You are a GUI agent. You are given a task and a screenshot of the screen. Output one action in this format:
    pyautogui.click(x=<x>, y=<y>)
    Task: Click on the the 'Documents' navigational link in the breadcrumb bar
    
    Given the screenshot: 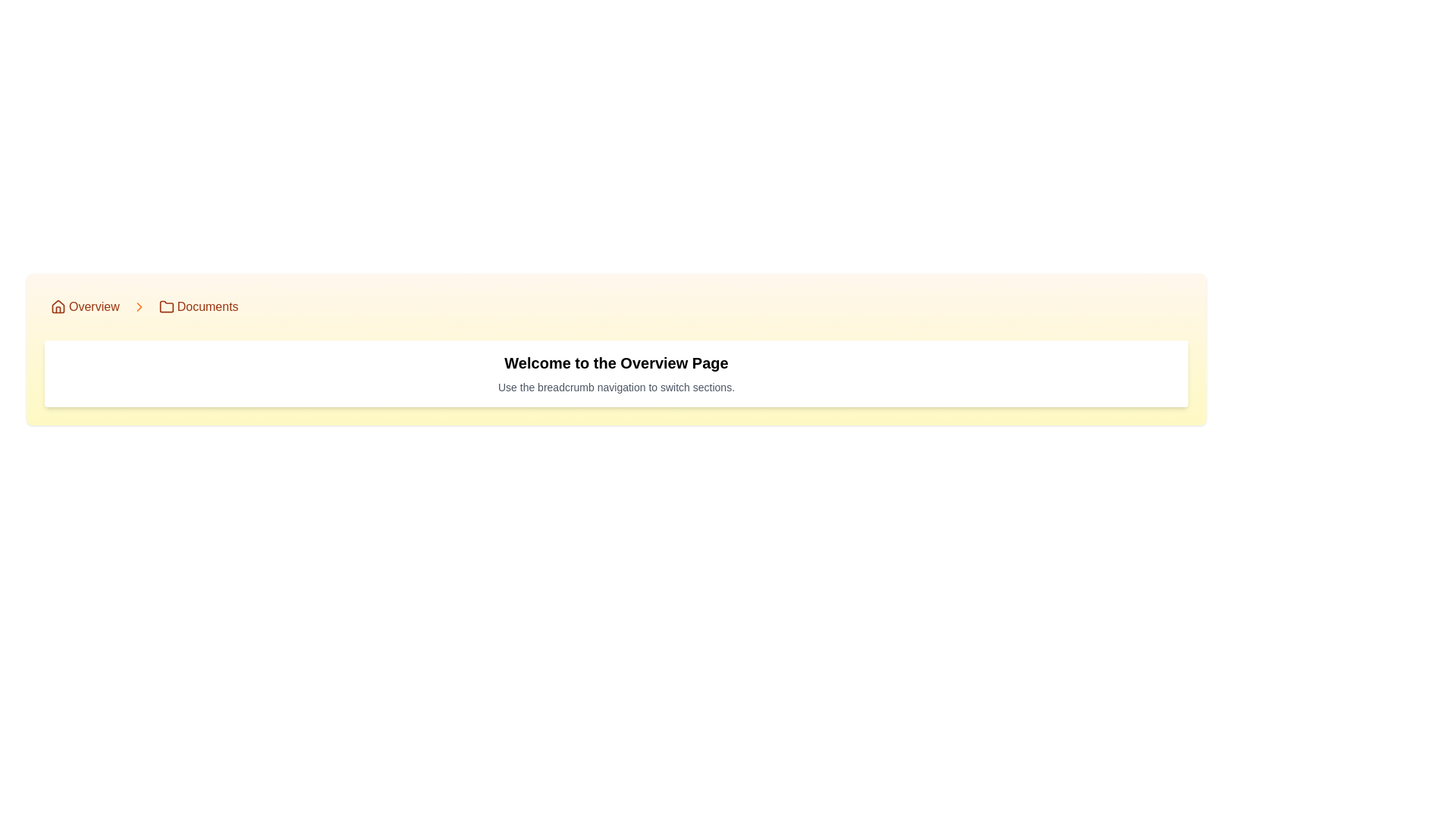 What is the action you would take?
    pyautogui.click(x=207, y=307)
    